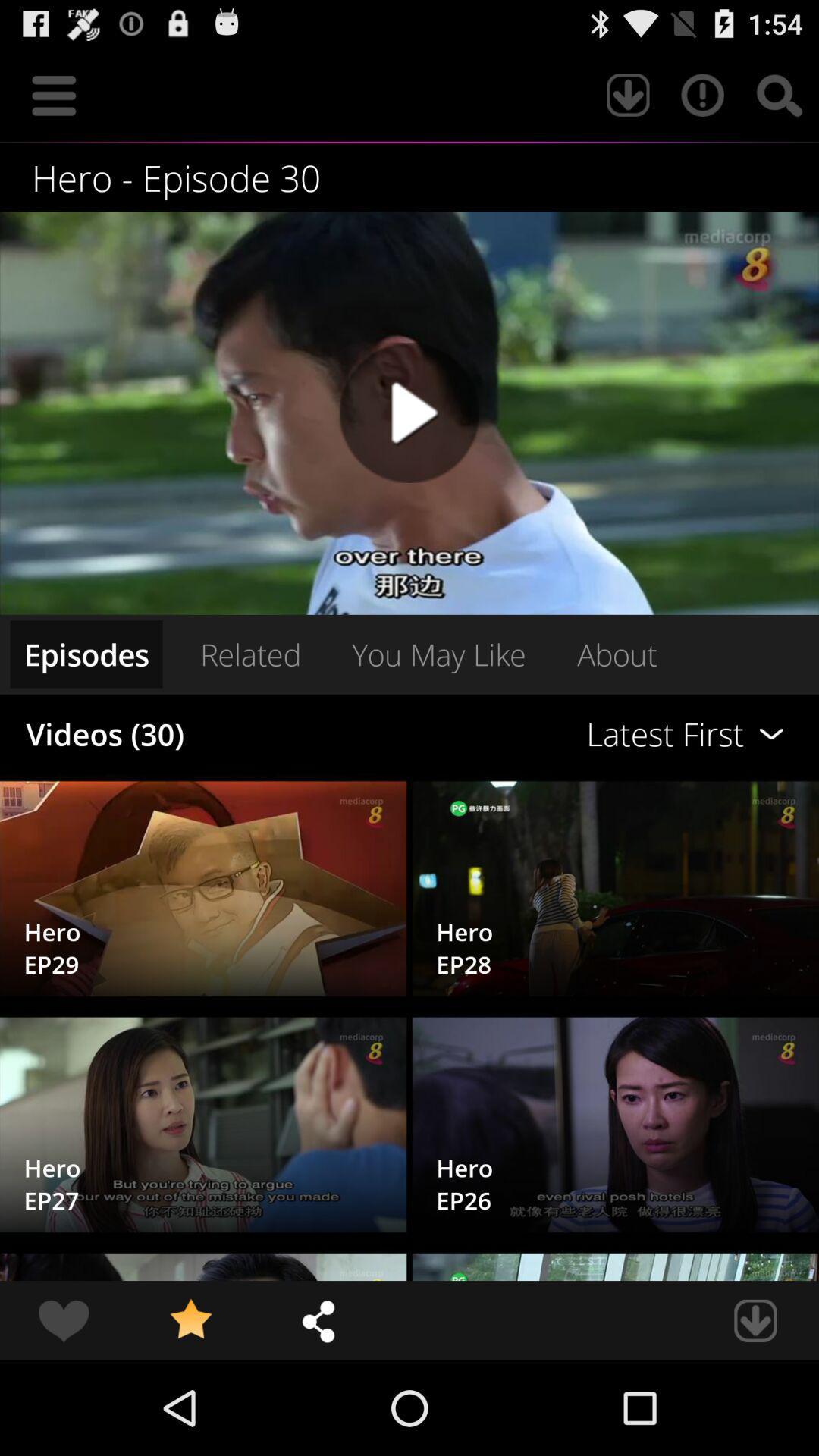  I want to click on icon at the top left corner, so click(53, 94).